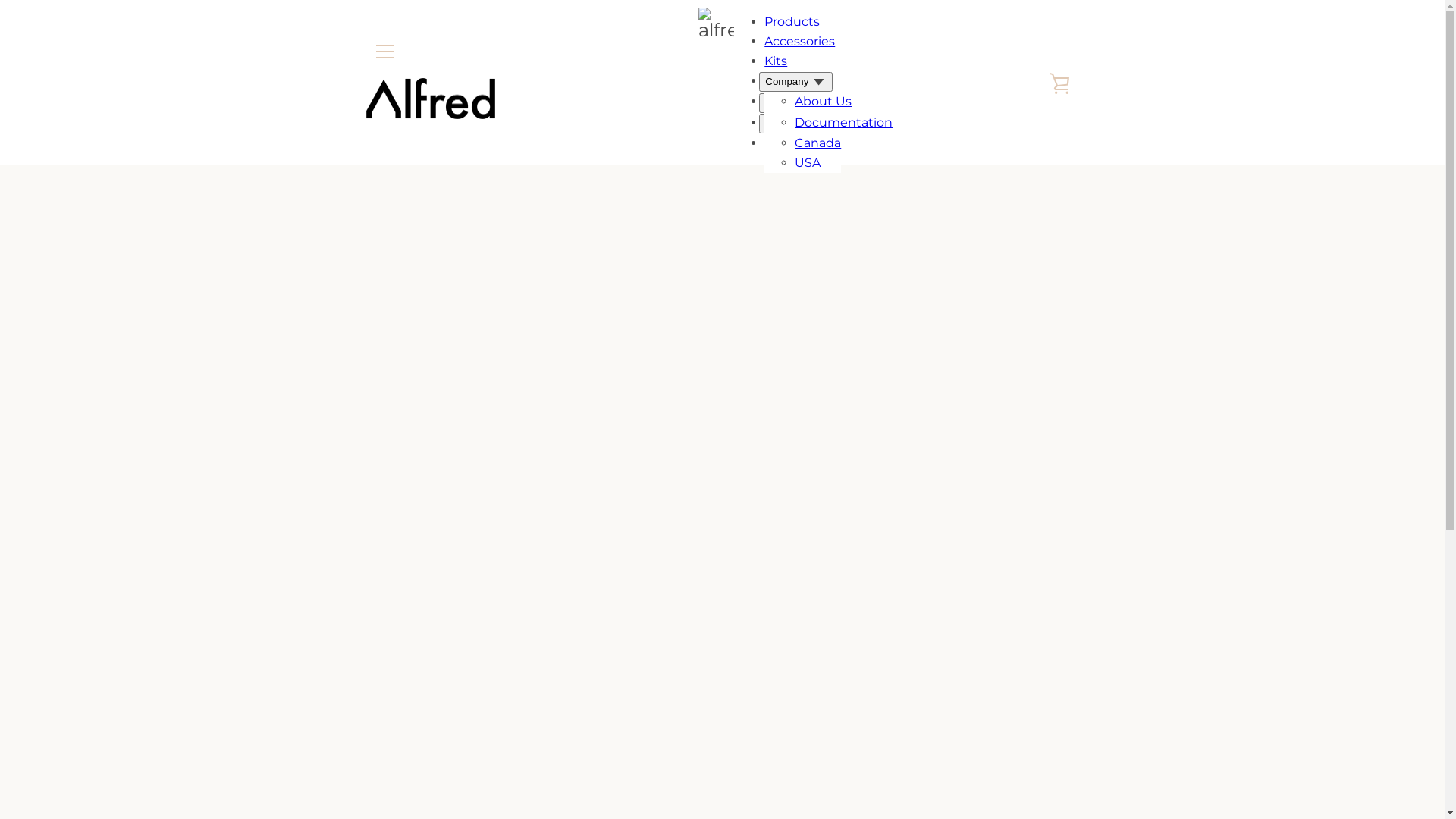 The width and height of the screenshot is (1456, 819). What do you see at coordinates (790, 122) in the screenshot?
I see `'Country` at bounding box center [790, 122].